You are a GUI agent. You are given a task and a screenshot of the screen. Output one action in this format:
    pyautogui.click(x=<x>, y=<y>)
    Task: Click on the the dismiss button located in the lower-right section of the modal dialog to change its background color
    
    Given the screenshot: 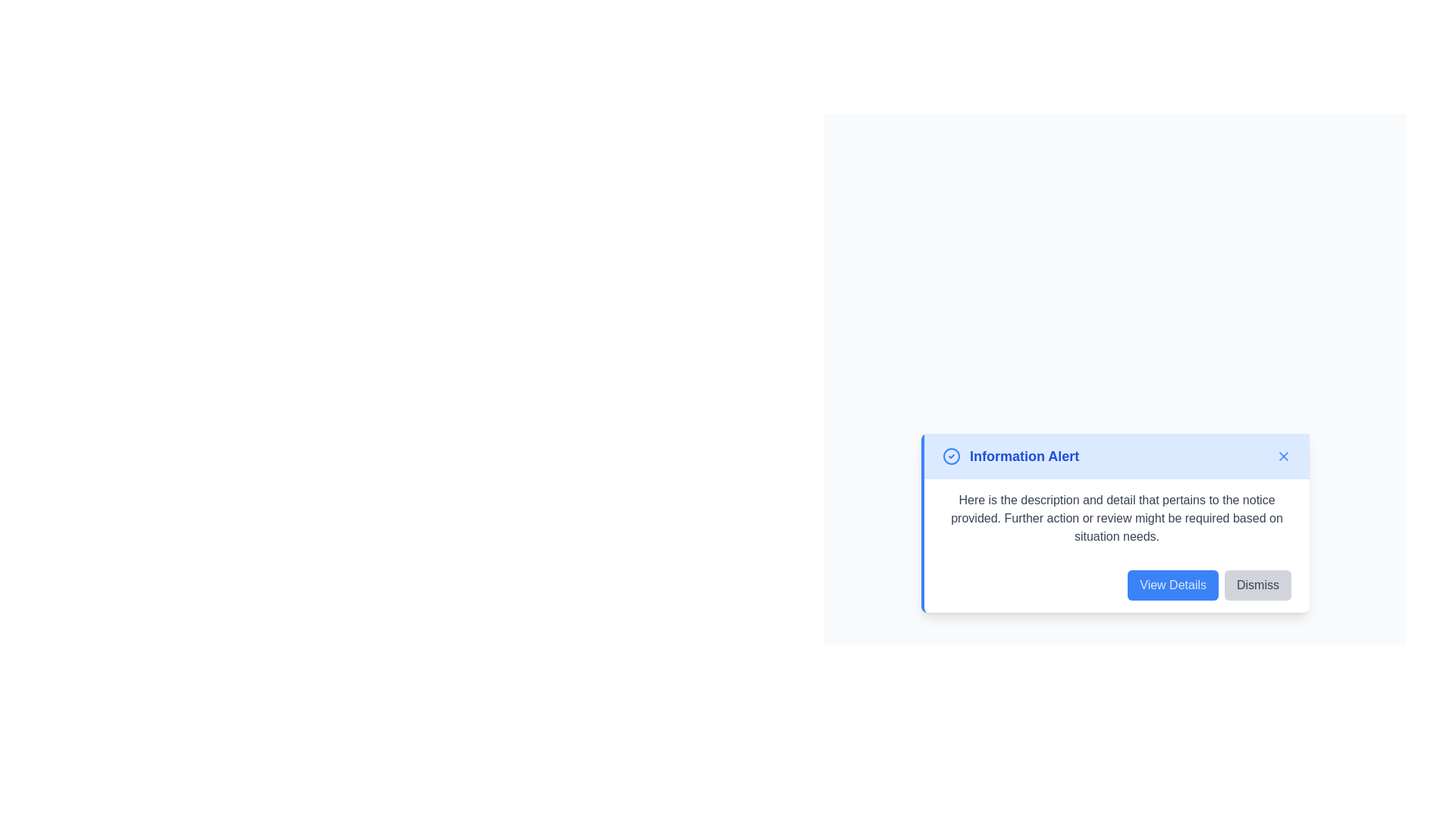 What is the action you would take?
    pyautogui.click(x=1258, y=584)
    